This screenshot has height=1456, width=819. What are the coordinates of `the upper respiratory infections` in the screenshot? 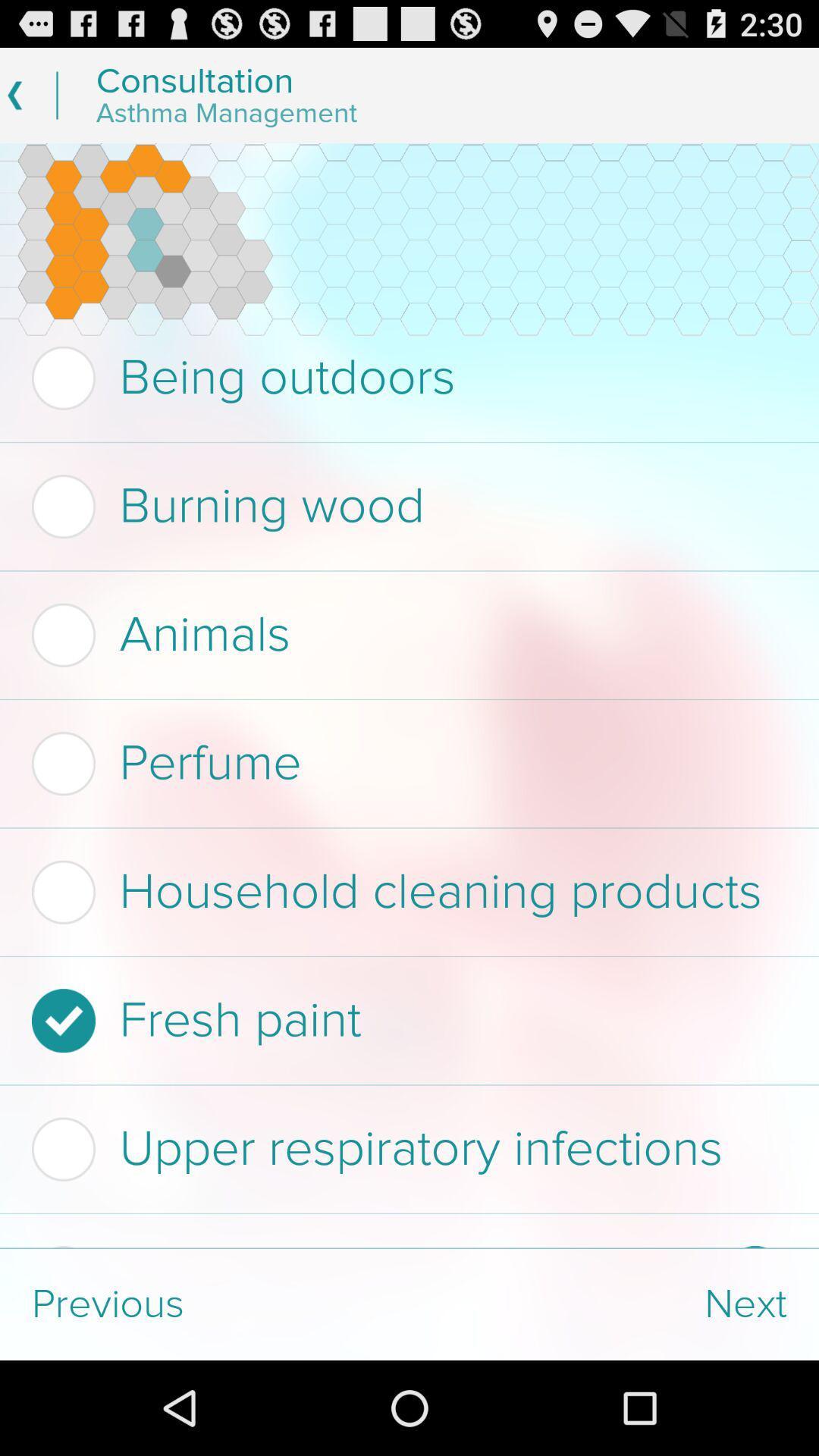 It's located at (404, 1149).